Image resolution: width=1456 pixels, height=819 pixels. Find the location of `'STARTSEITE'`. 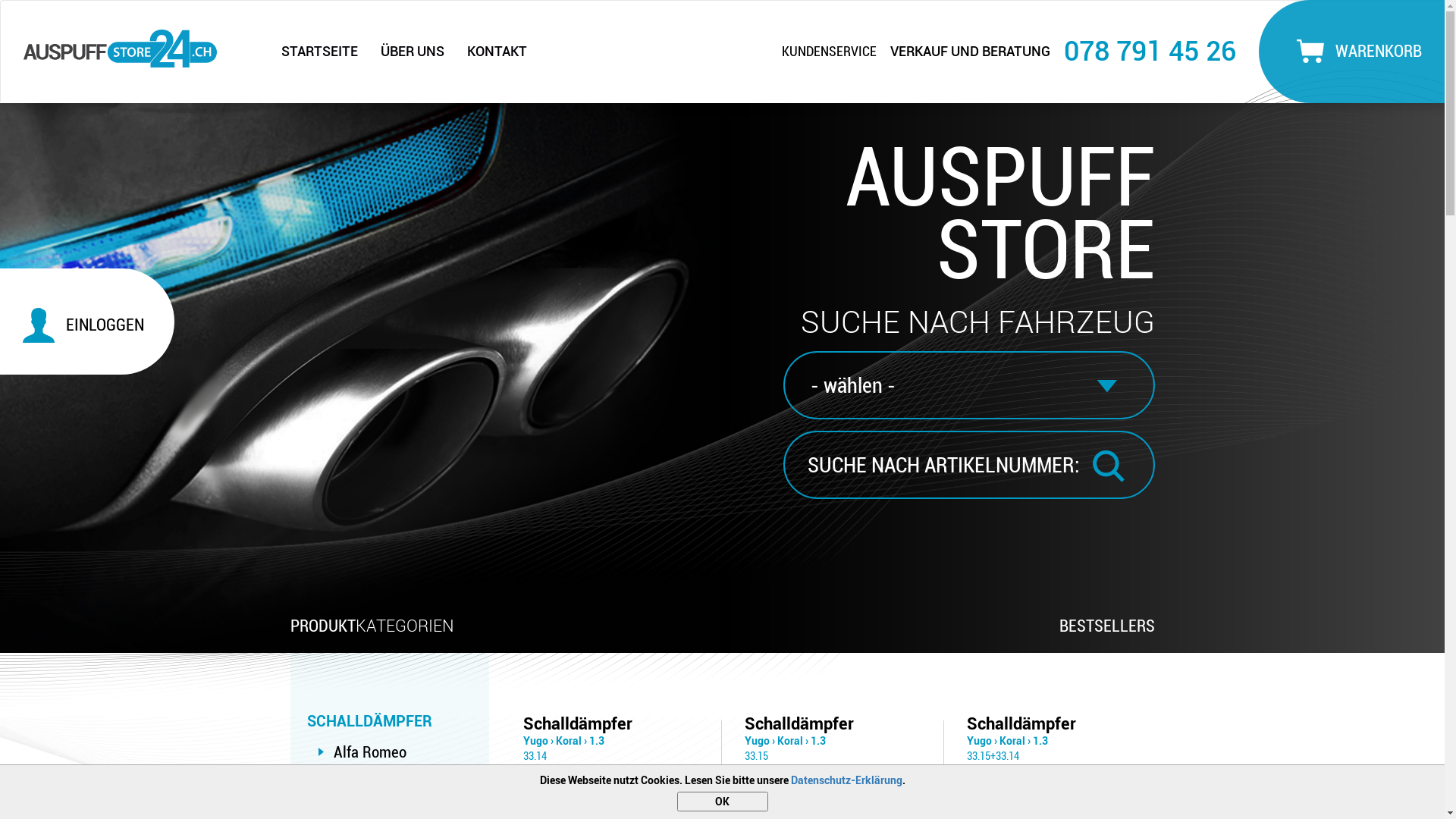

'STARTSEITE' is located at coordinates (269, 51).